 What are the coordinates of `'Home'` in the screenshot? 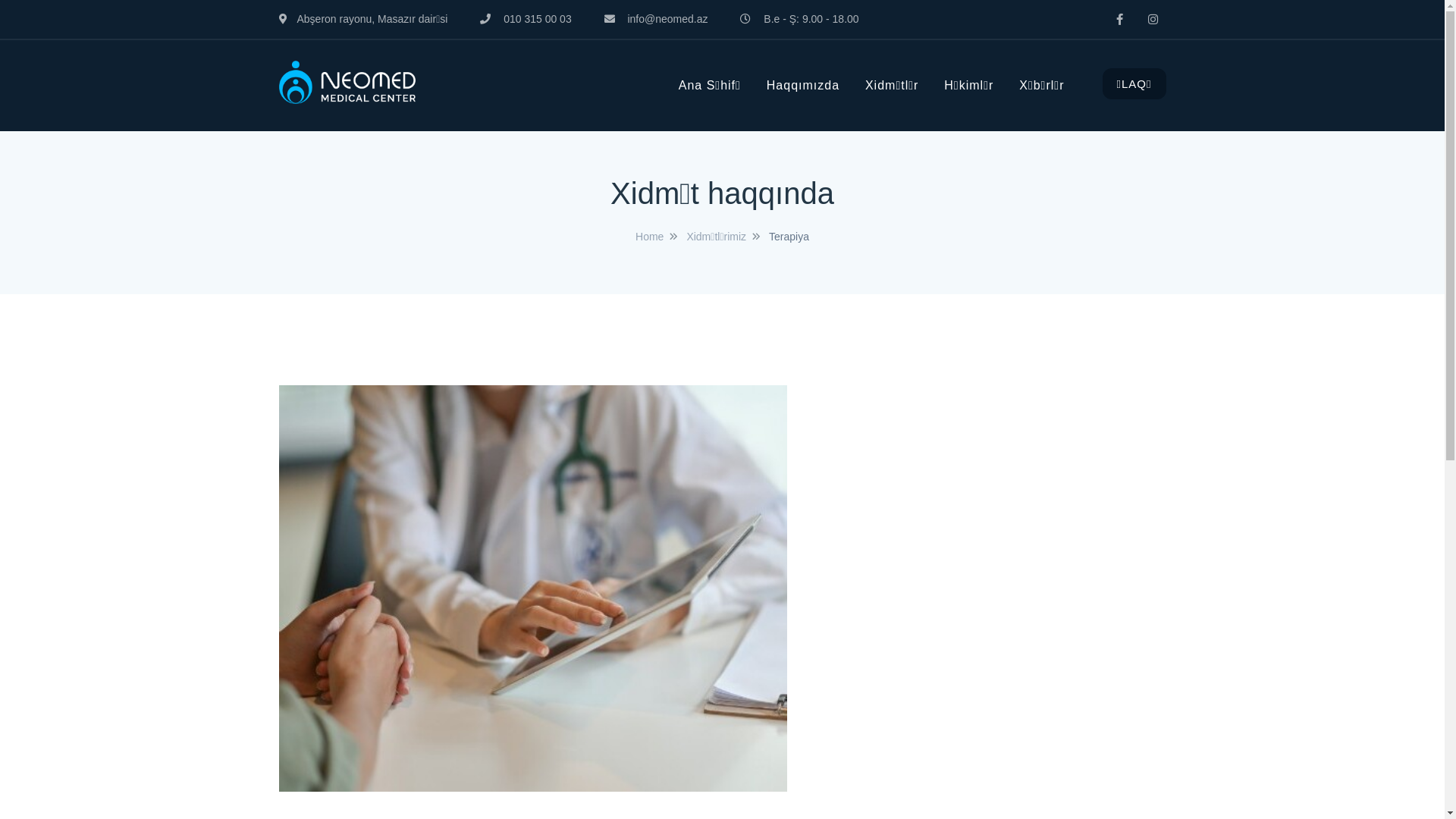 It's located at (649, 237).